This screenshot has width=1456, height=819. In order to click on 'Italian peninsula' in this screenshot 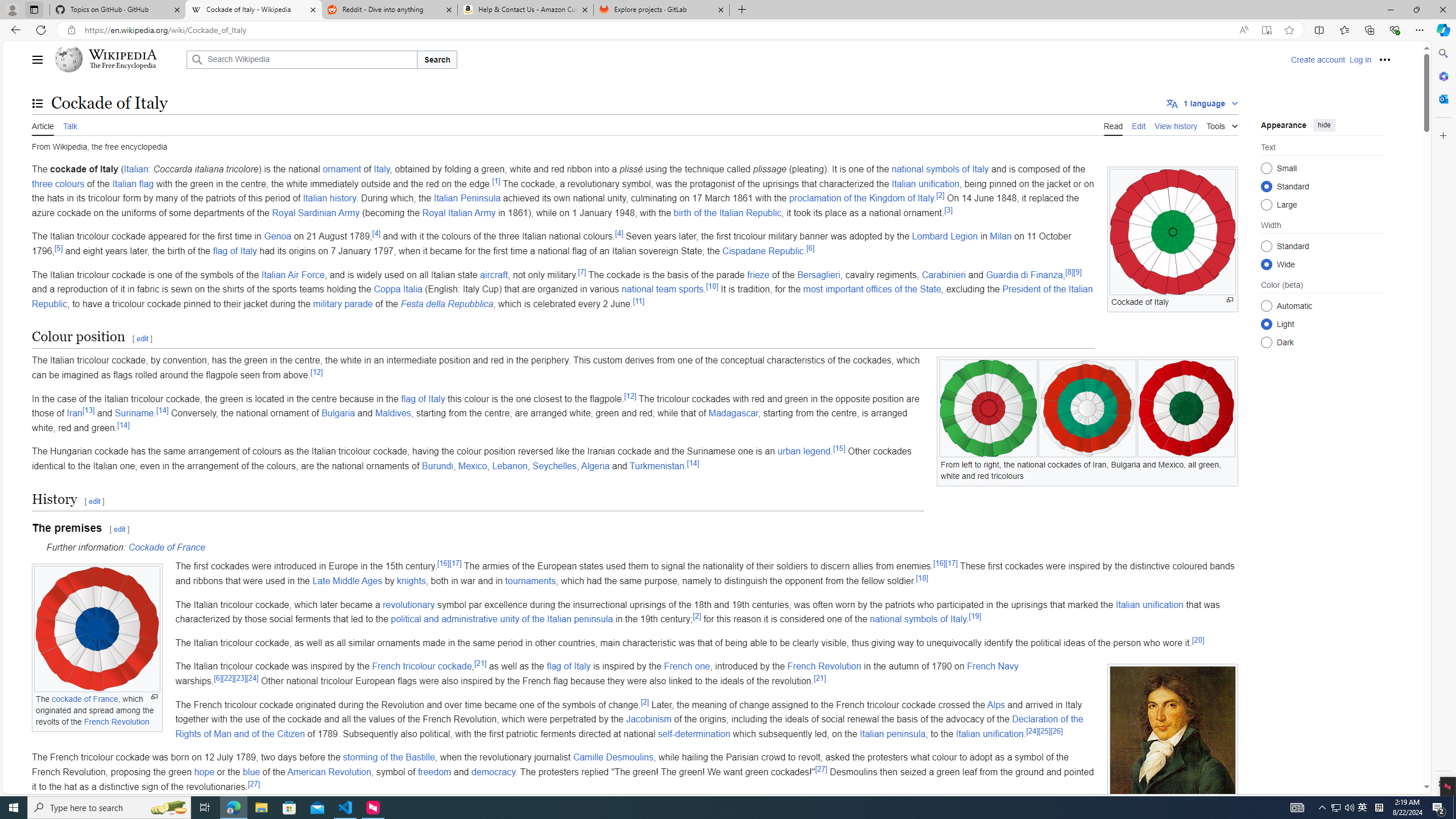, I will do `click(892, 734)`.